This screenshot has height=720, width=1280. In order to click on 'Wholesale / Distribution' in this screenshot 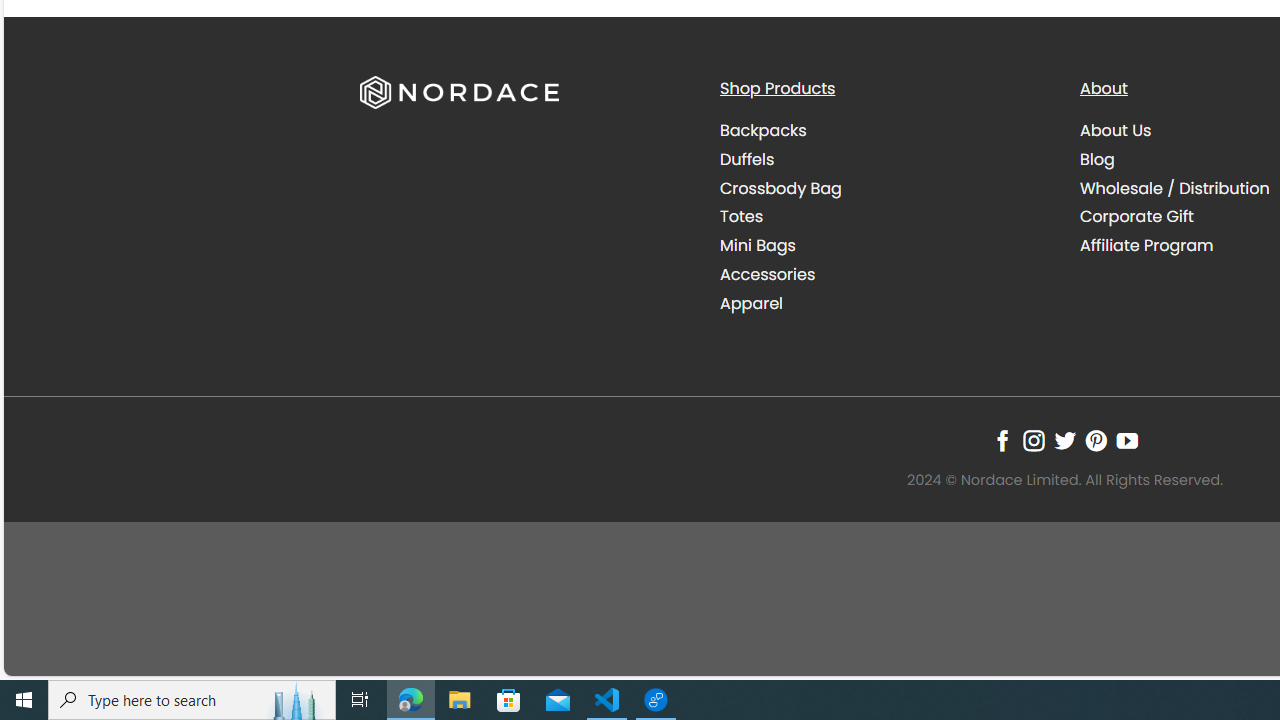, I will do `click(1175, 187)`.